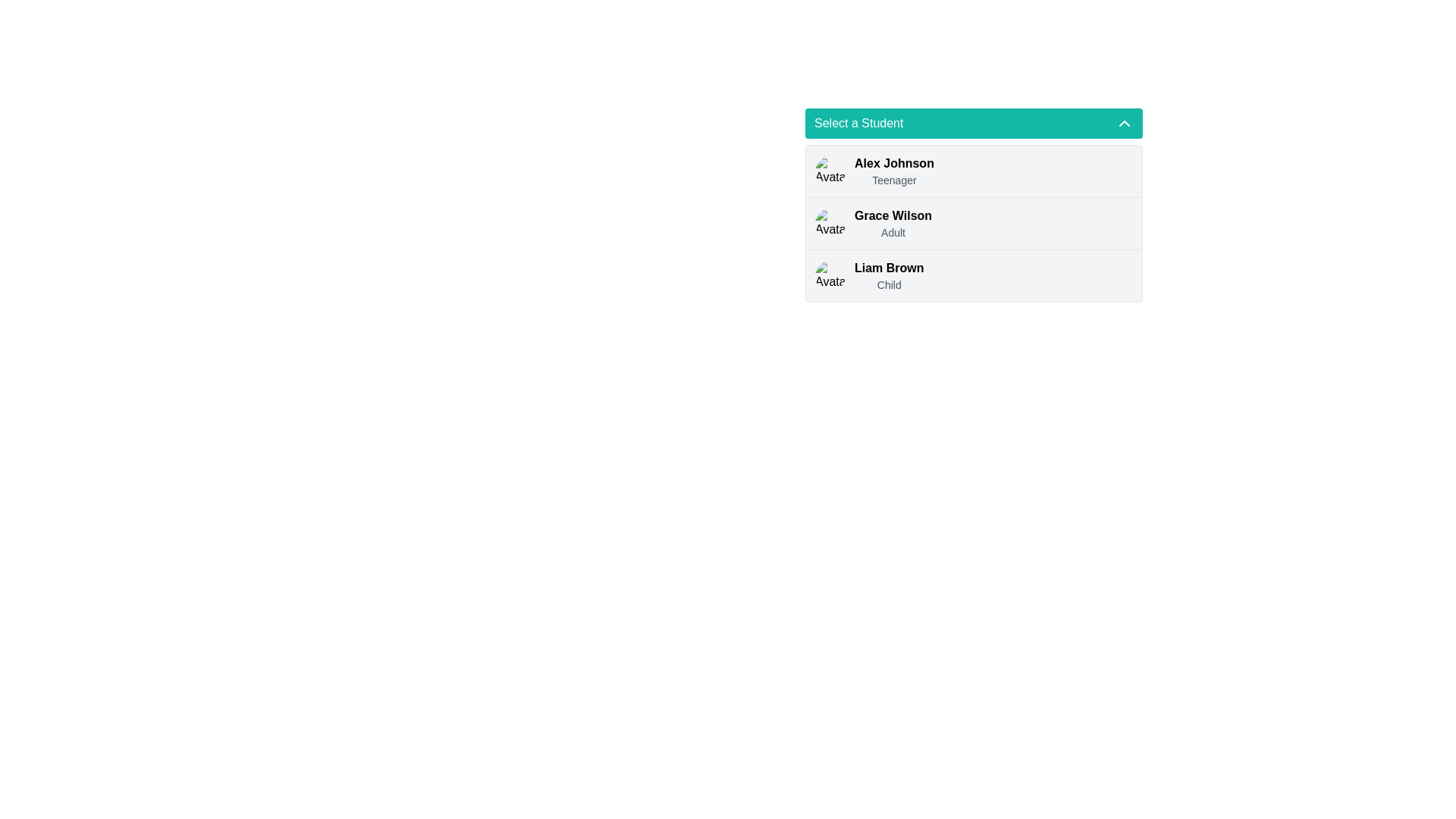 The height and width of the screenshot is (819, 1456). I want to click on the text display element showing 'Grace Wilson' and 'Adult', so click(893, 223).